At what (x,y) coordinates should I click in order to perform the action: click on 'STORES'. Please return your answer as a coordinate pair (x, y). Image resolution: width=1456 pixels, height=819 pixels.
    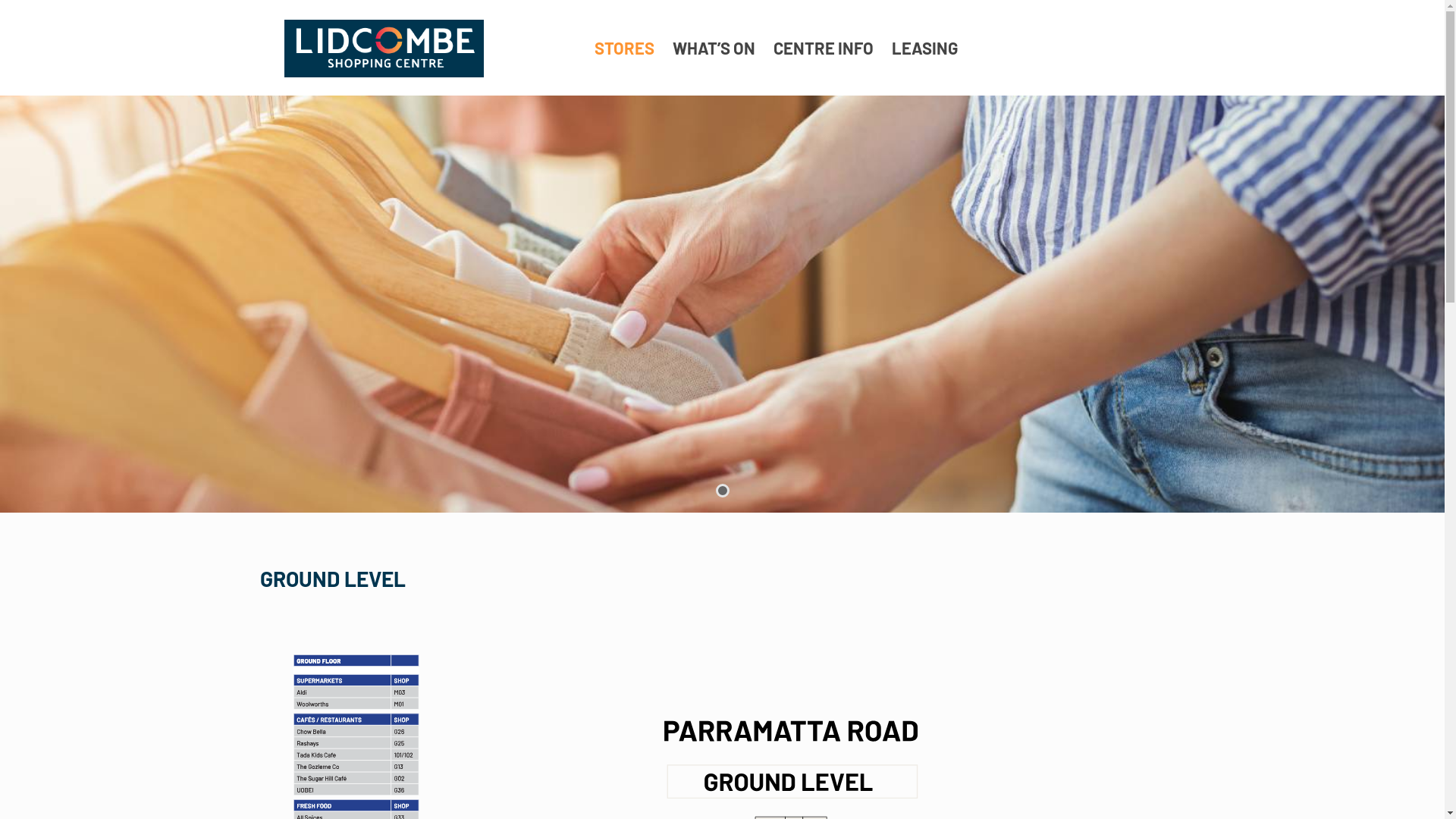
    Looking at the image, I should click on (624, 46).